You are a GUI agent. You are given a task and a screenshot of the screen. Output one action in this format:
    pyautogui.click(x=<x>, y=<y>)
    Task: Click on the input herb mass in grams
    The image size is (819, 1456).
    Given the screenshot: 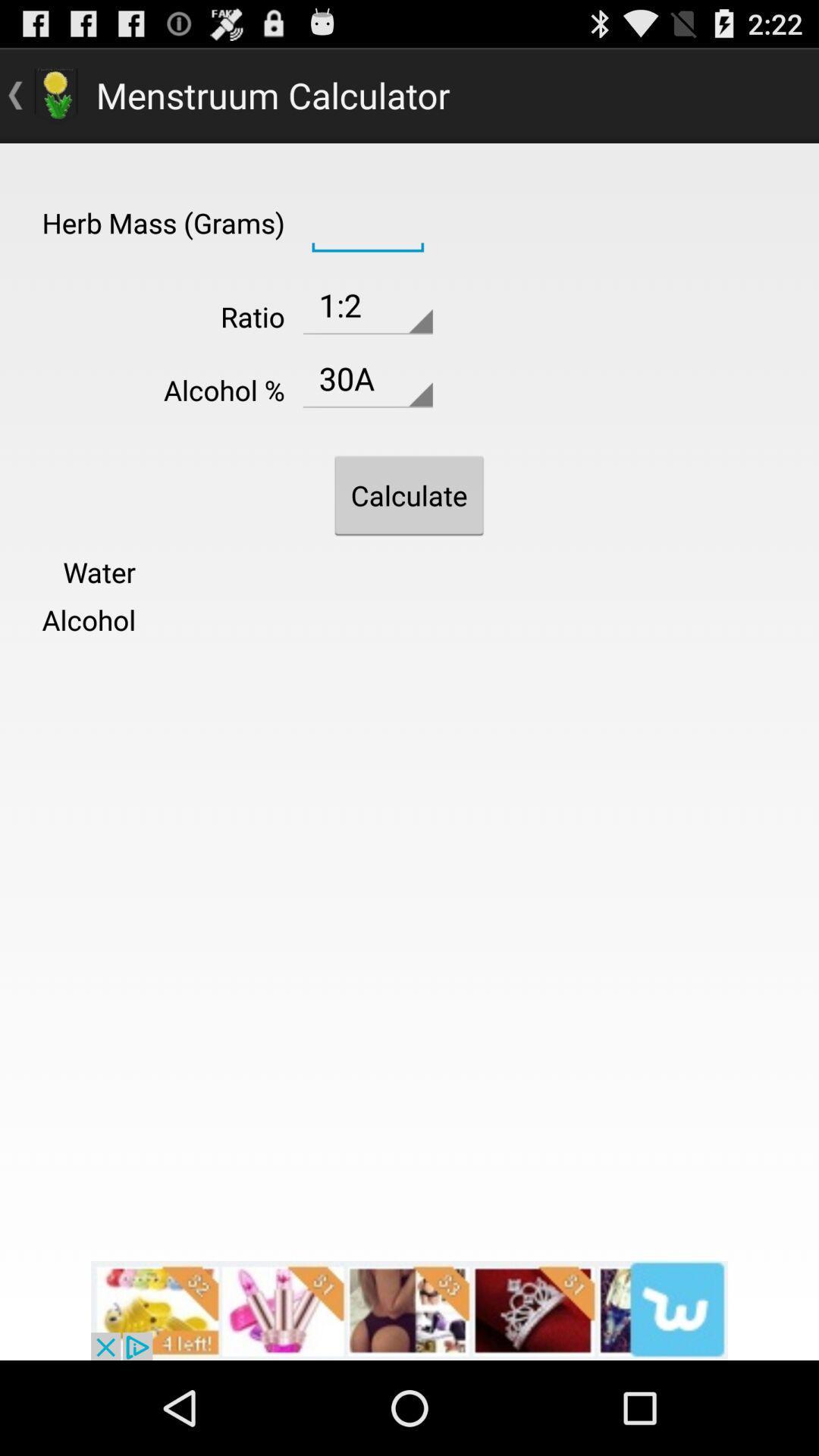 What is the action you would take?
    pyautogui.click(x=368, y=221)
    